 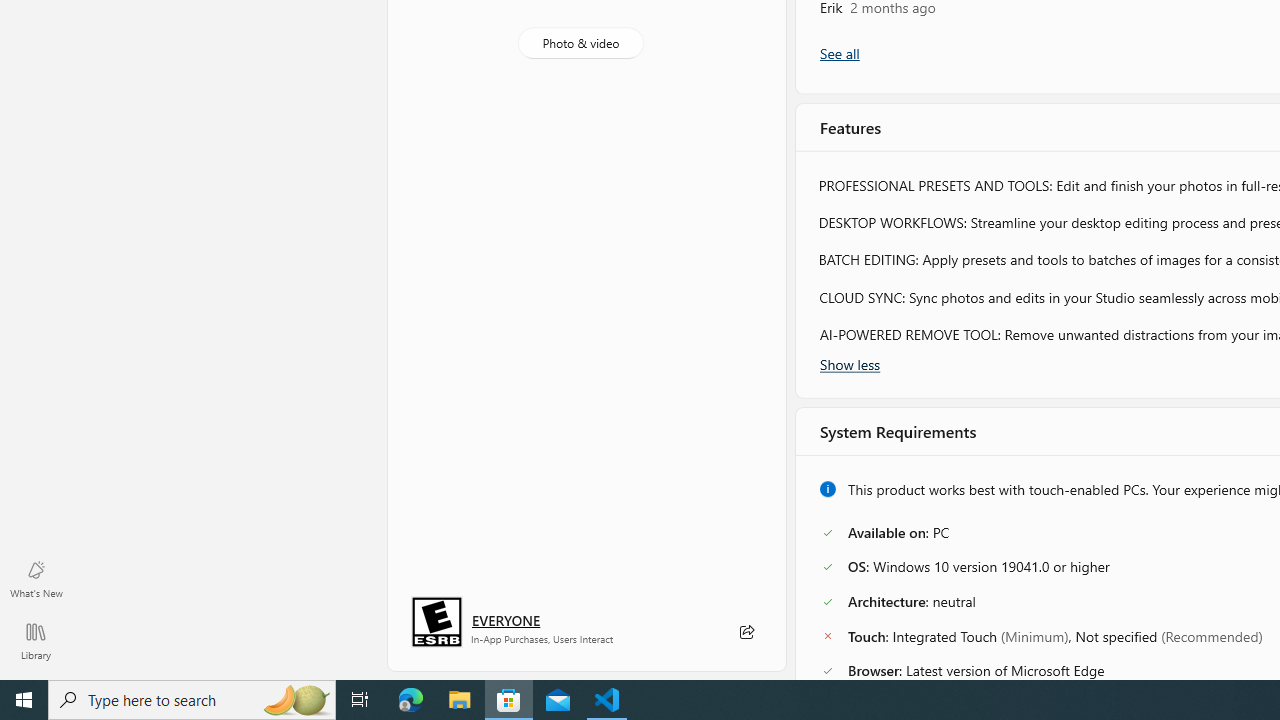 I want to click on 'Show less', so click(x=850, y=363).